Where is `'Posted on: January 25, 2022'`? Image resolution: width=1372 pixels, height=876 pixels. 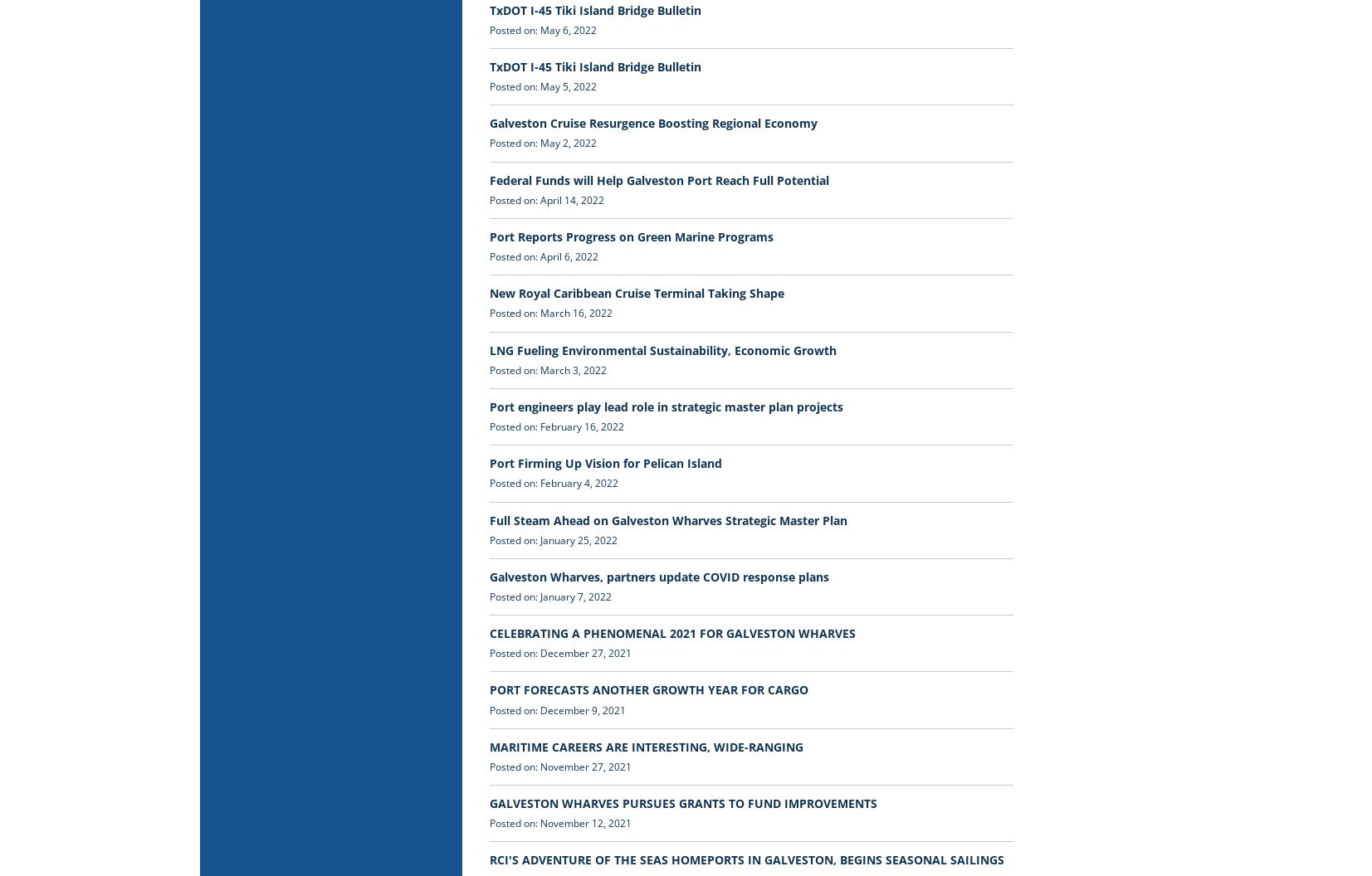 'Posted on: January 25, 2022' is located at coordinates (552, 538).